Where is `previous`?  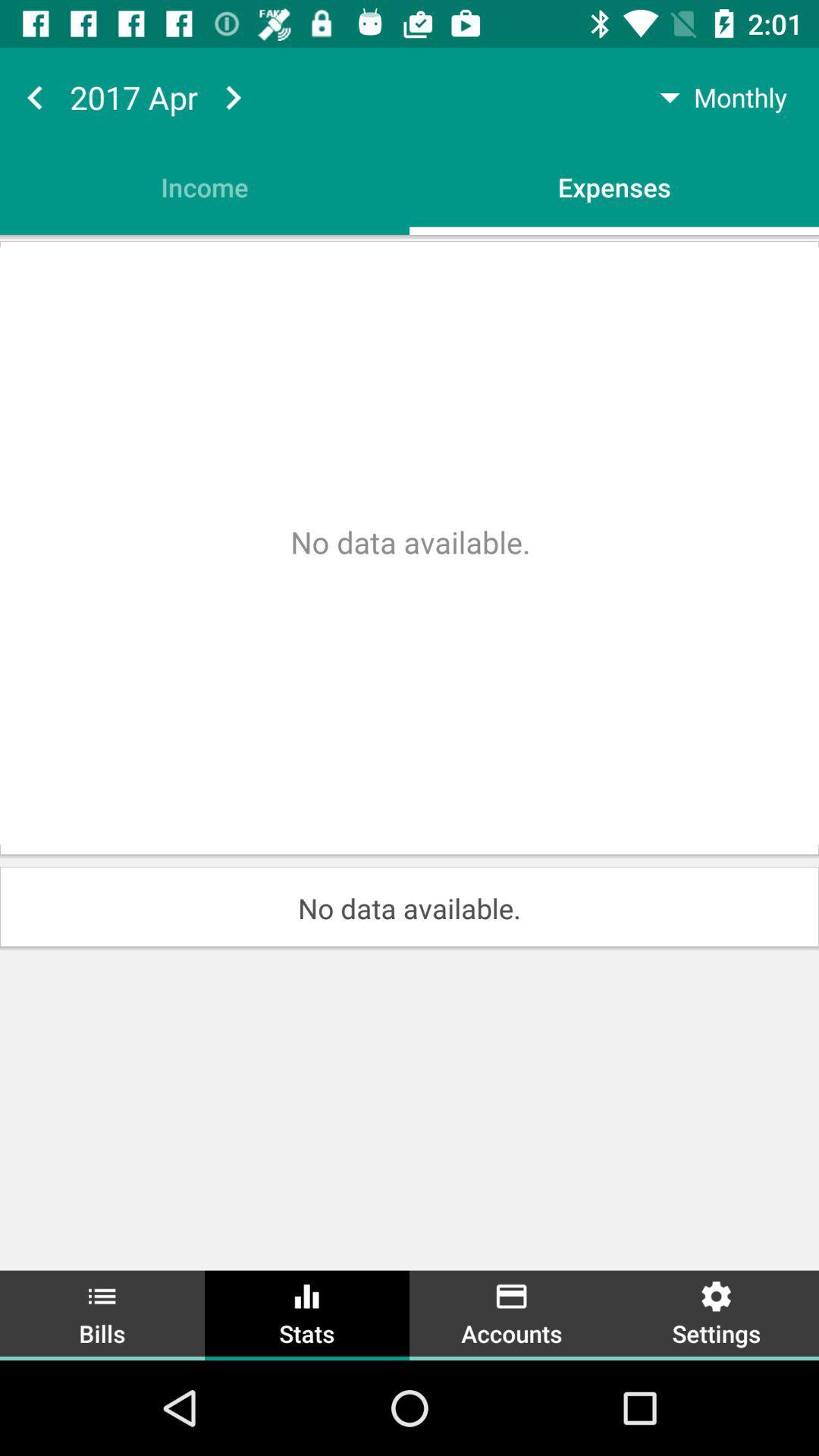
previous is located at coordinates (34, 96).